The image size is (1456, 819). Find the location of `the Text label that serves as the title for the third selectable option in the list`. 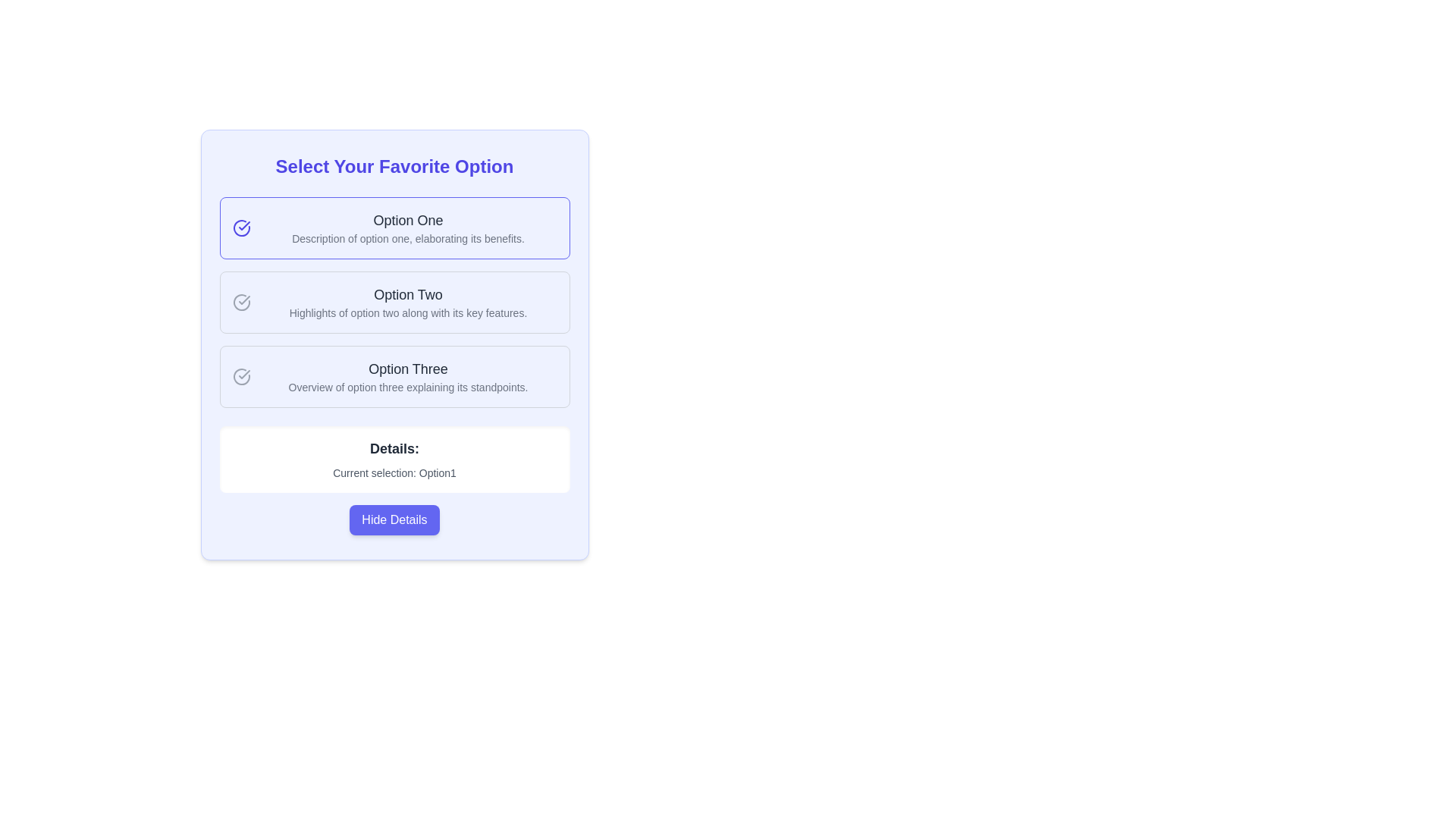

the Text label that serves as the title for the third selectable option in the list is located at coordinates (408, 369).